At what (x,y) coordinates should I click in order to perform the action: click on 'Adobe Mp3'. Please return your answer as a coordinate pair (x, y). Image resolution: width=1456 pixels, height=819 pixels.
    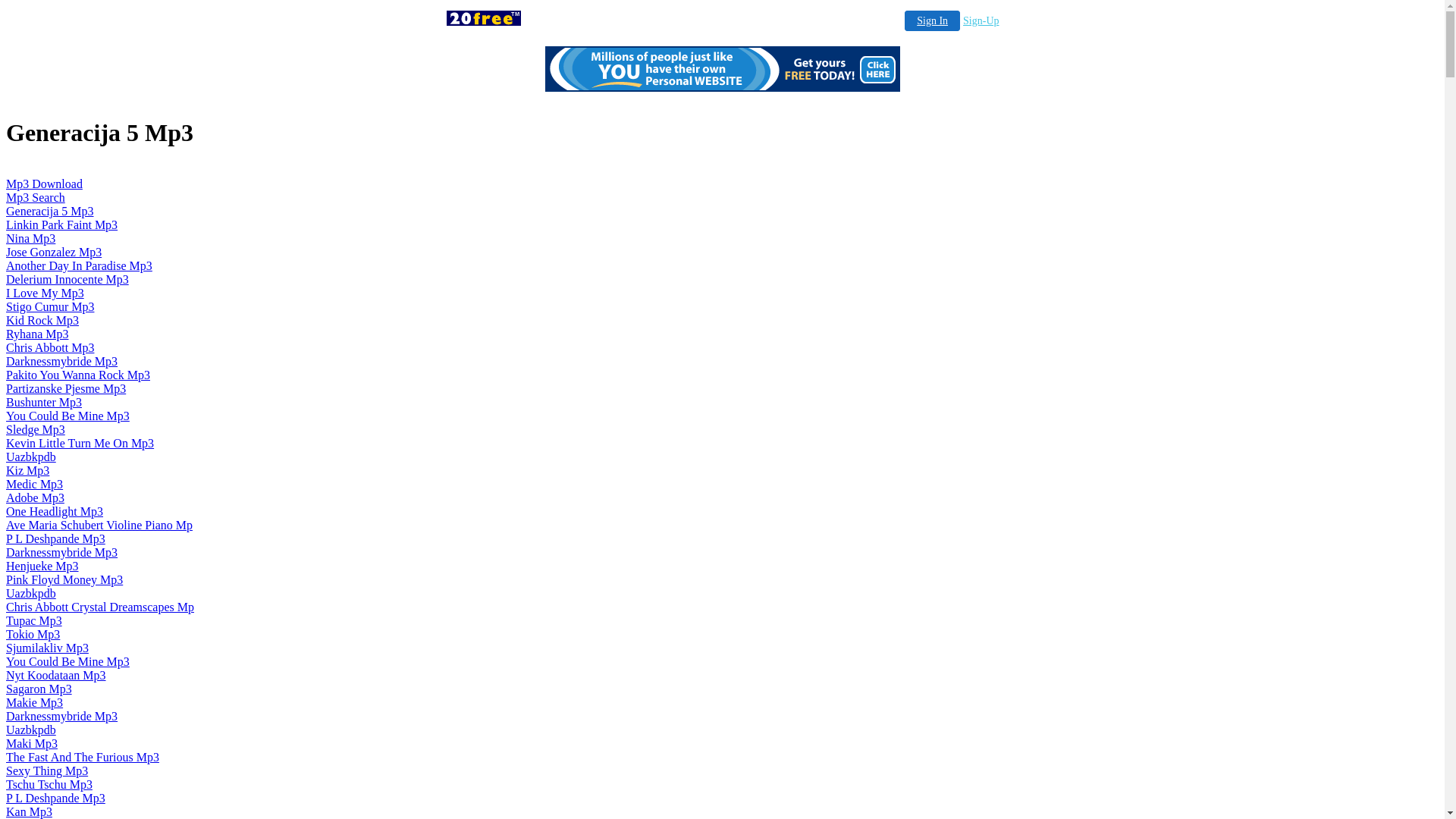
    Looking at the image, I should click on (35, 497).